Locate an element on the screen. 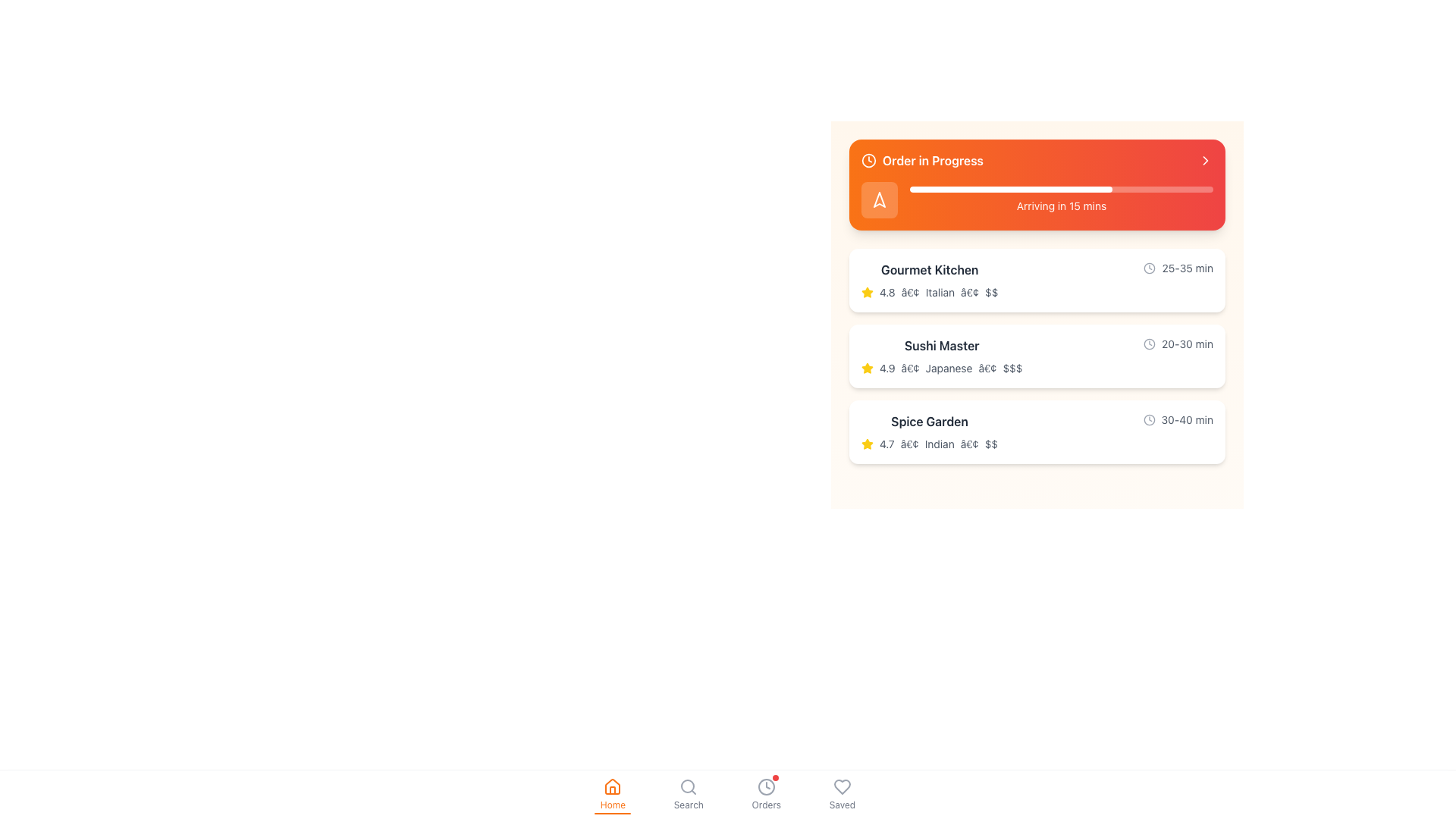 Image resolution: width=1456 pixels, height=819 pixels. the third informational card in the vertical list is located at coordinates (1037, 432).